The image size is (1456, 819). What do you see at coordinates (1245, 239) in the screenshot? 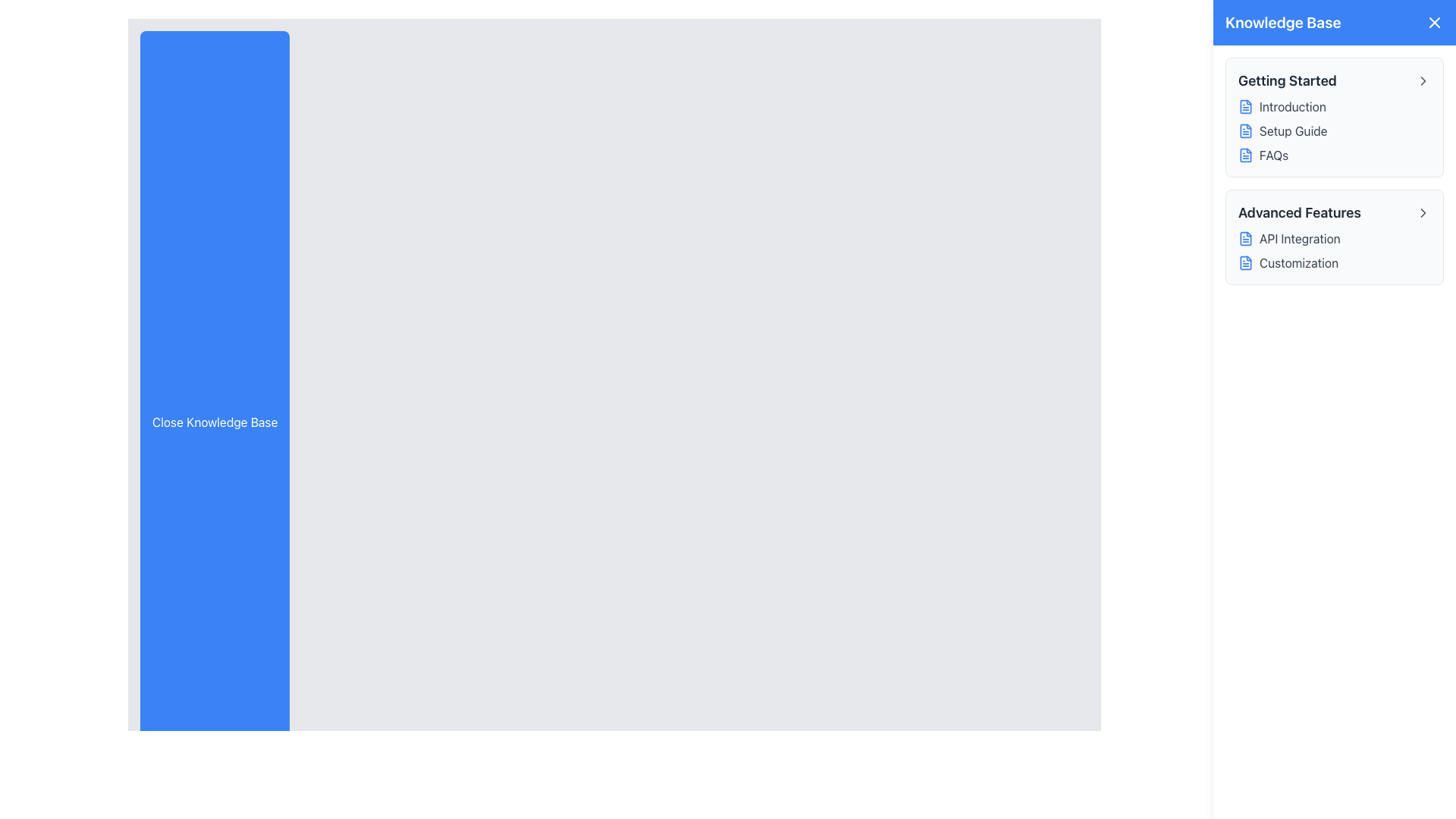
I see `the small square blue icon representing a document located to the left of the text 'API Integration' in the 'Advanced Features' section of the sidebar to recognize it as a representation of 'API Integration'` at bounding box center [1245, 239].